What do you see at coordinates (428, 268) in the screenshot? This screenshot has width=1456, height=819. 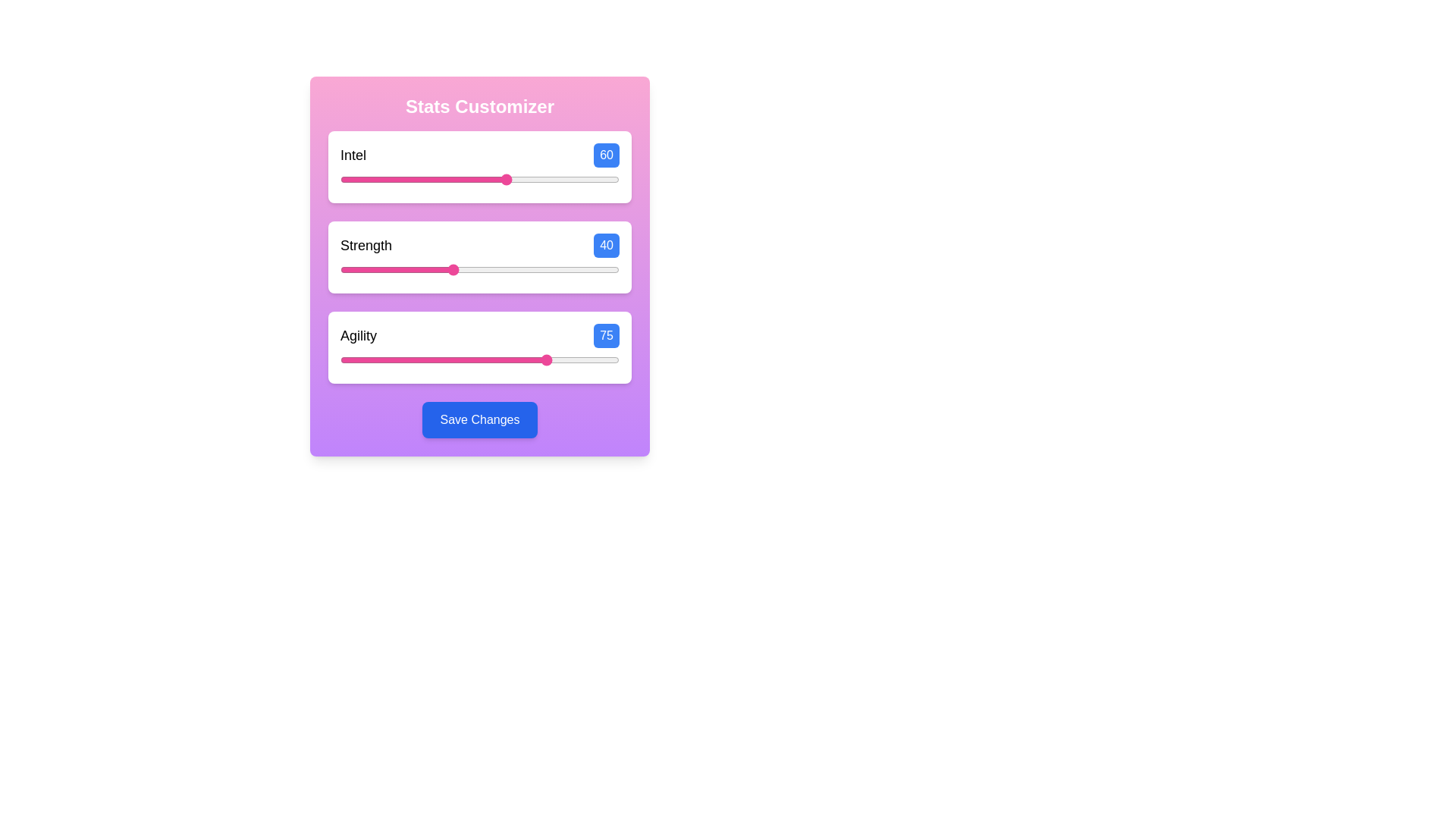 I see `the Strength slider` at bounding box center [428, 268].